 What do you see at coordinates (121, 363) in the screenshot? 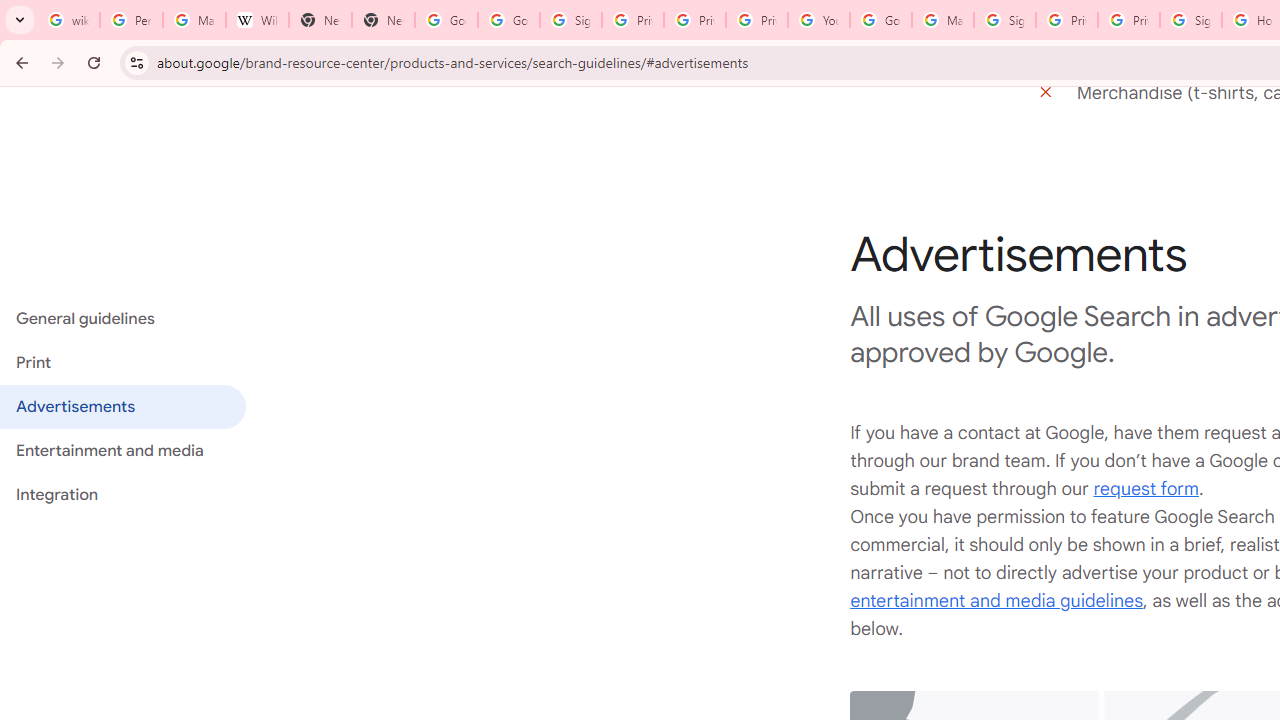
I see `'Print'` at bounding box center [121, 363].